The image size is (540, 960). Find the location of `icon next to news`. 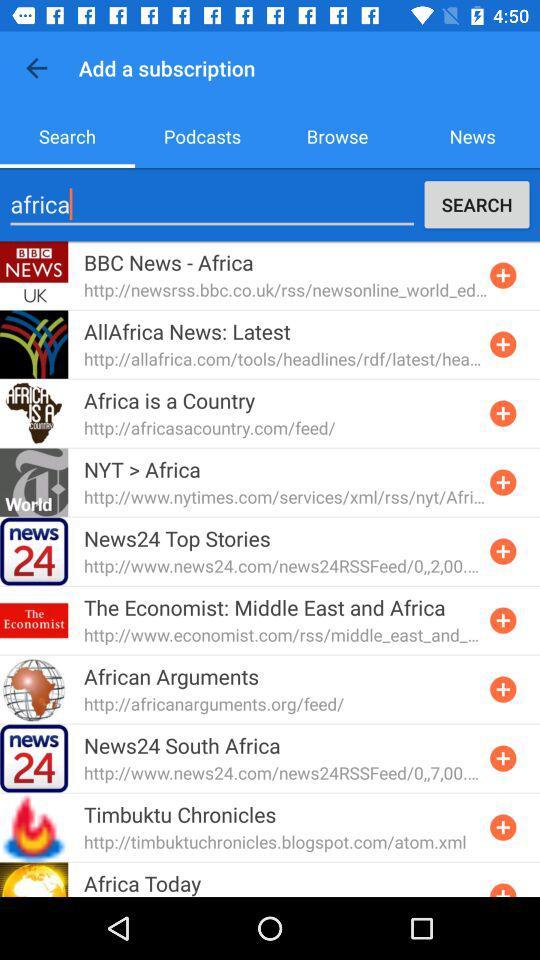

icon next to news is located at coordinates (337, 135).